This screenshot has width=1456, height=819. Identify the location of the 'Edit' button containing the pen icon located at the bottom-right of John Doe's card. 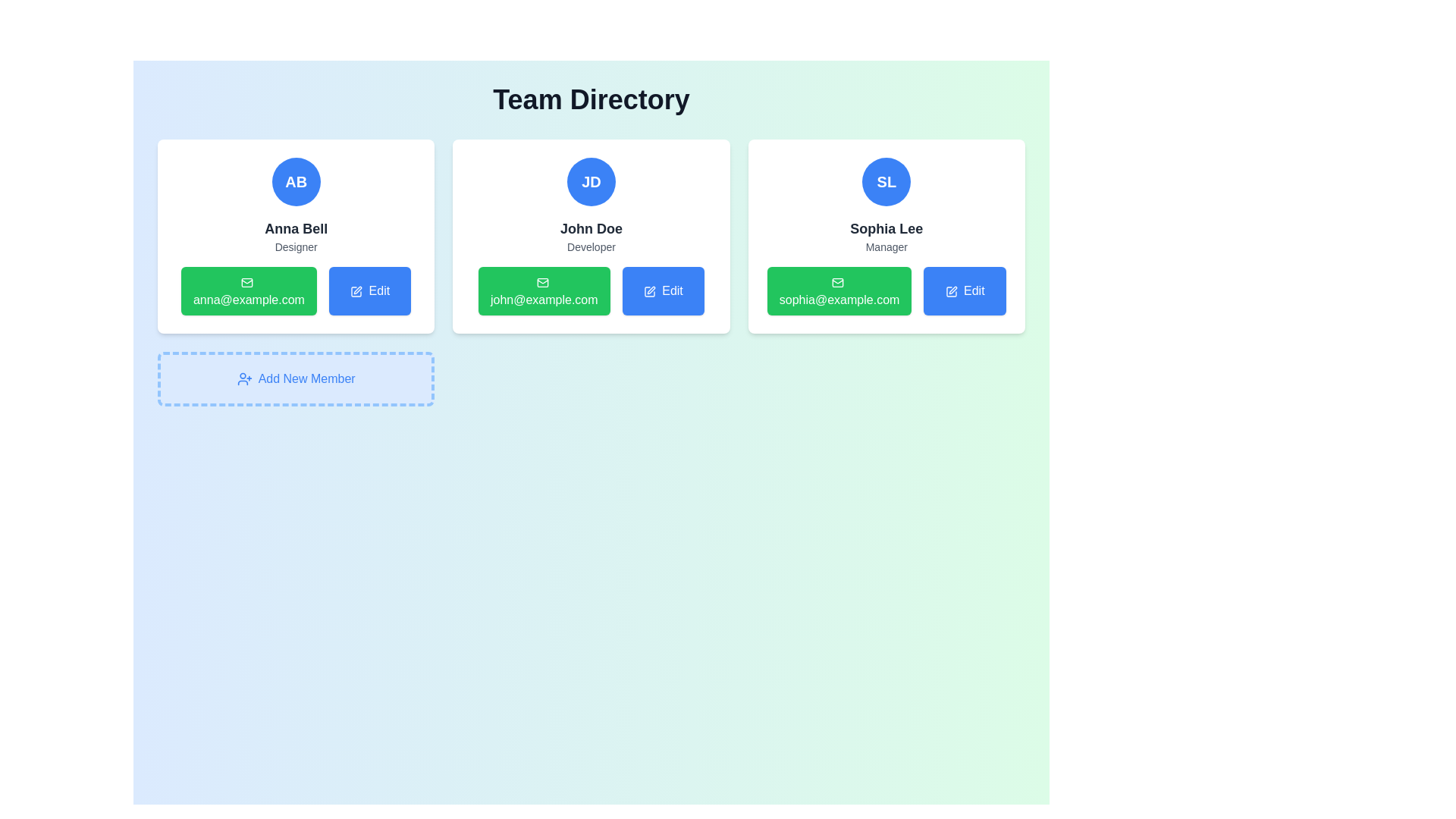
(649, 291).